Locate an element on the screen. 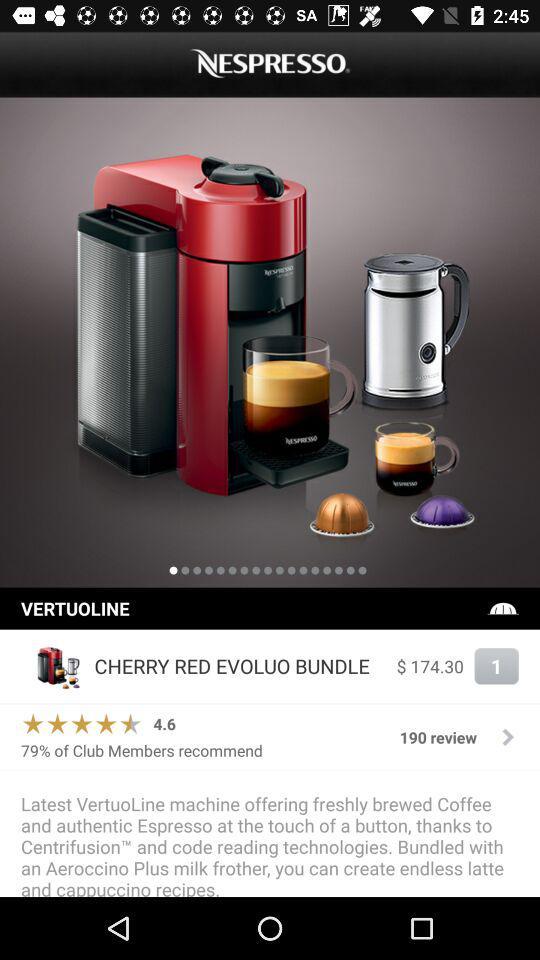  item to the right of $ 174.30 is located at coordinates (495, 666).